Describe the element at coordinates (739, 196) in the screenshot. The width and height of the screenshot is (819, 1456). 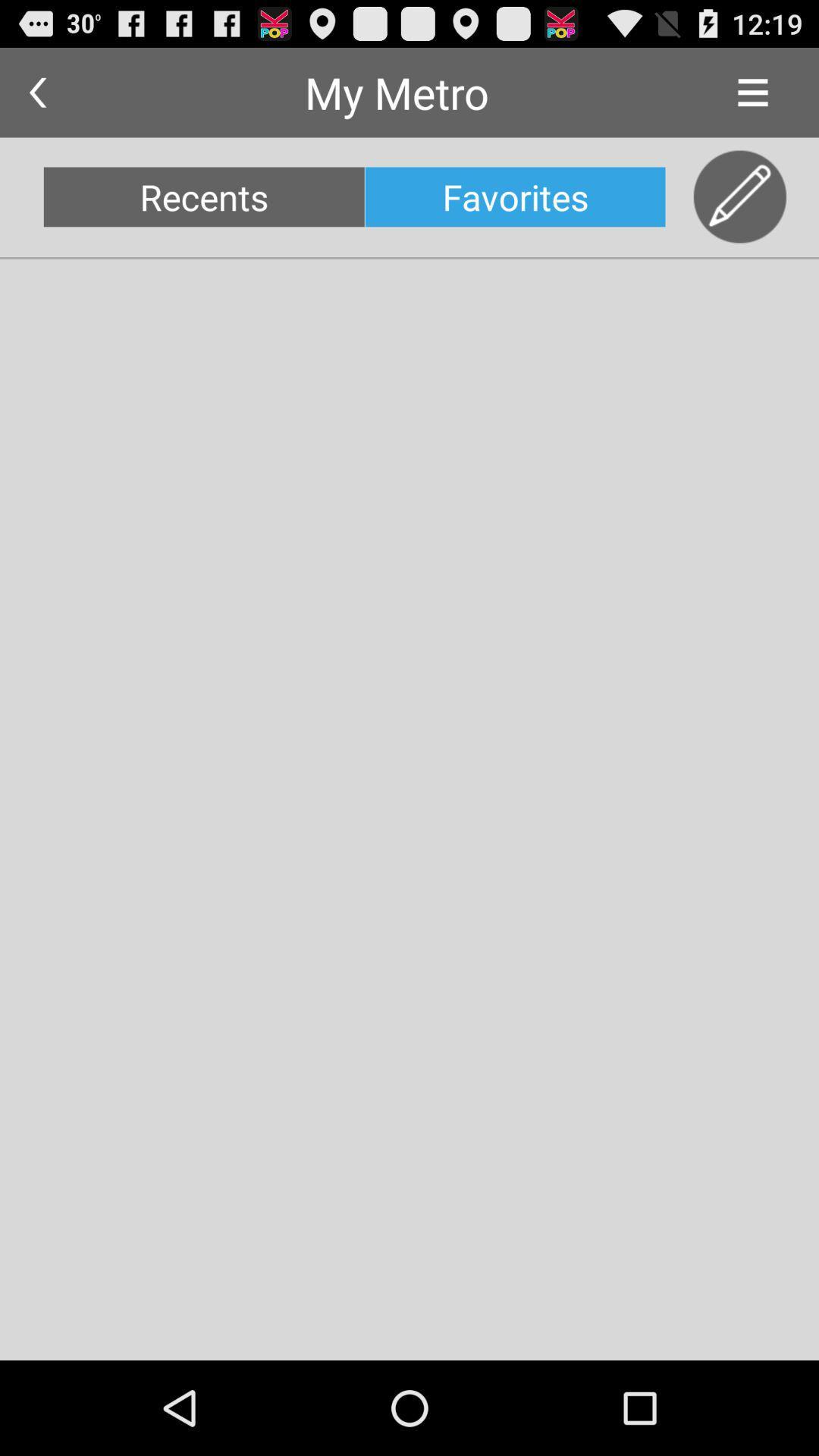
I see `item next to the favorites app` at that location.